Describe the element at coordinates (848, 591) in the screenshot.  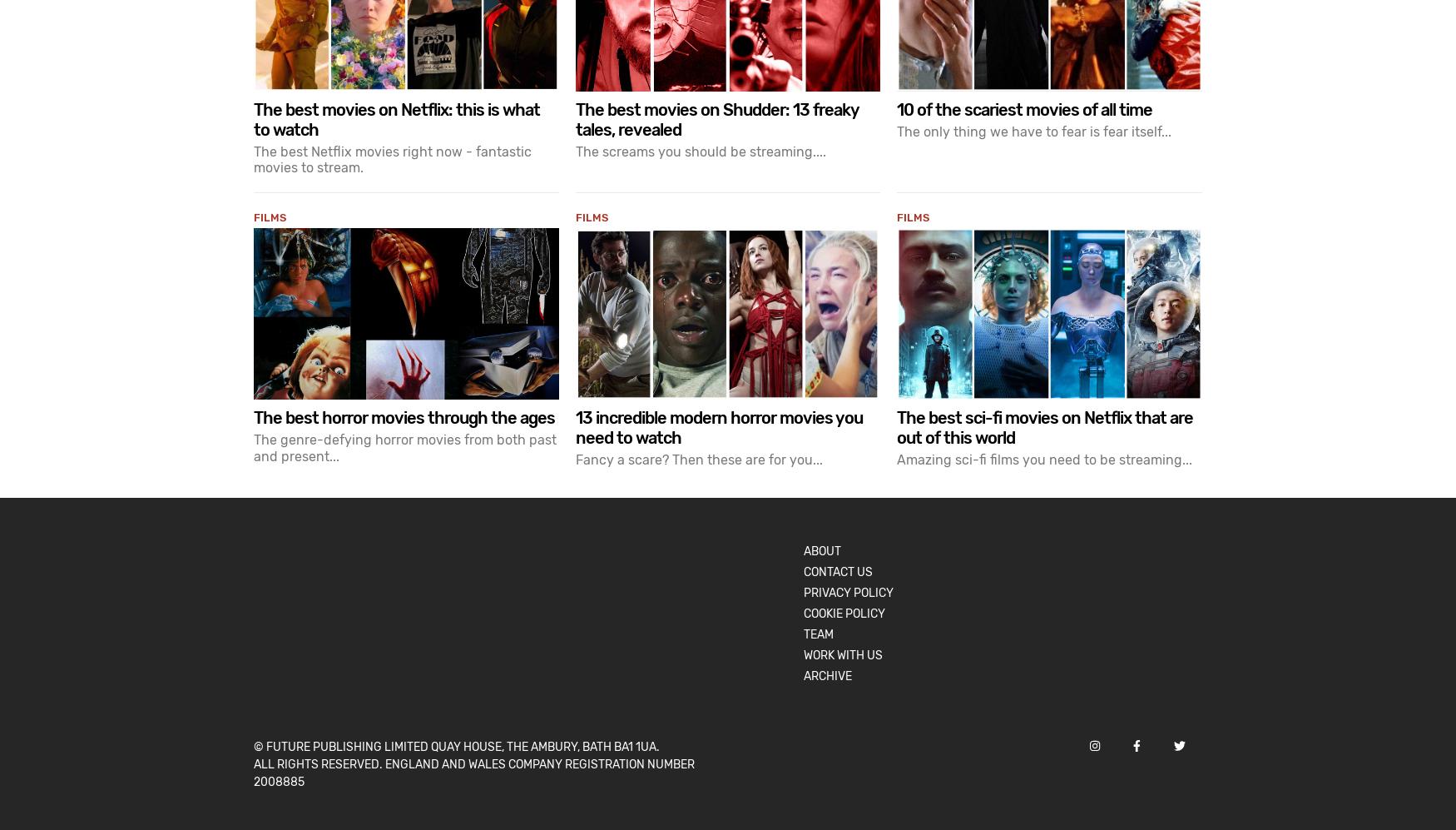
I see `'Privacy Policy'` at that location.